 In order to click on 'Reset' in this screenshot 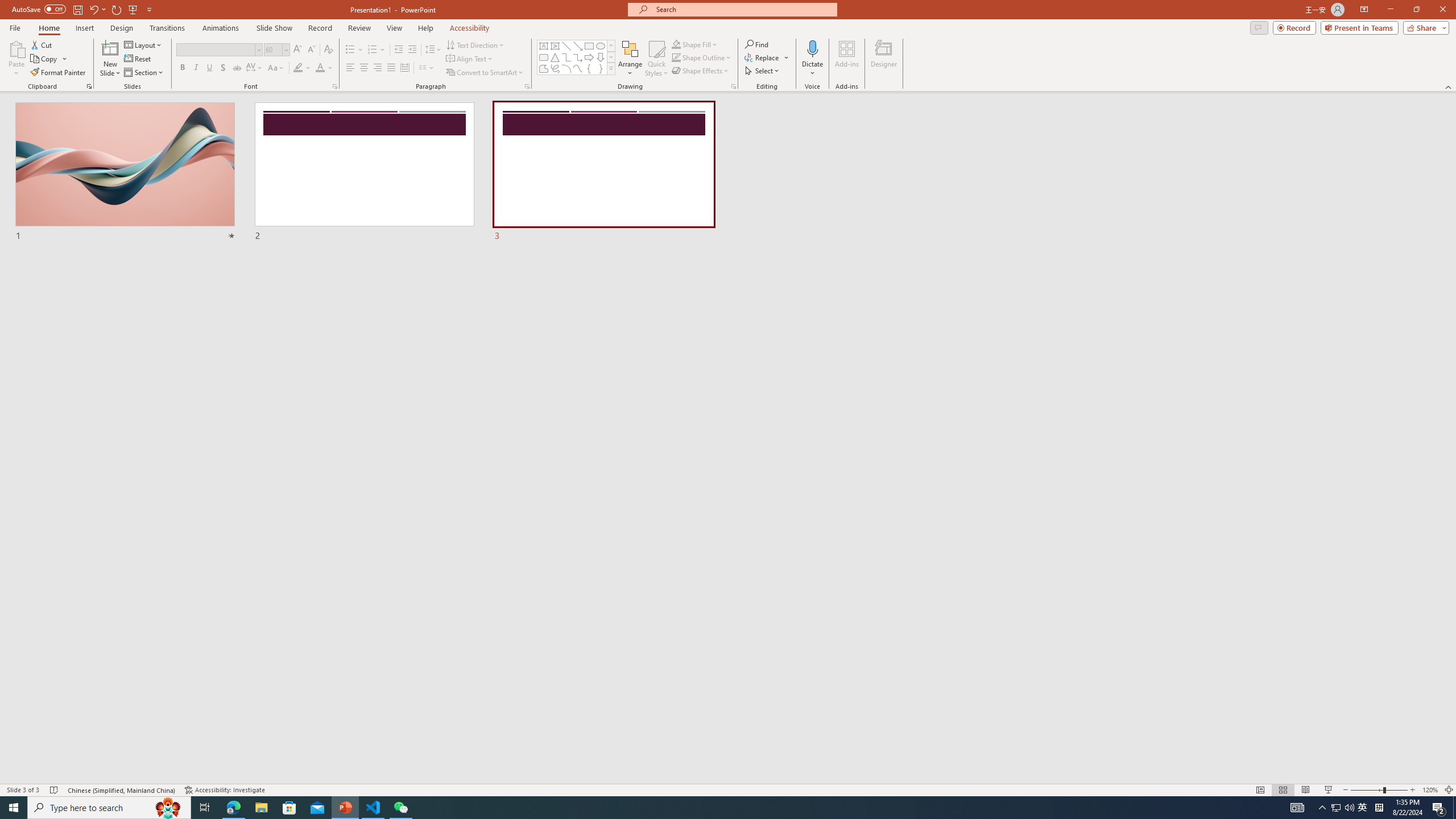, I will do `click(138, 59)`.